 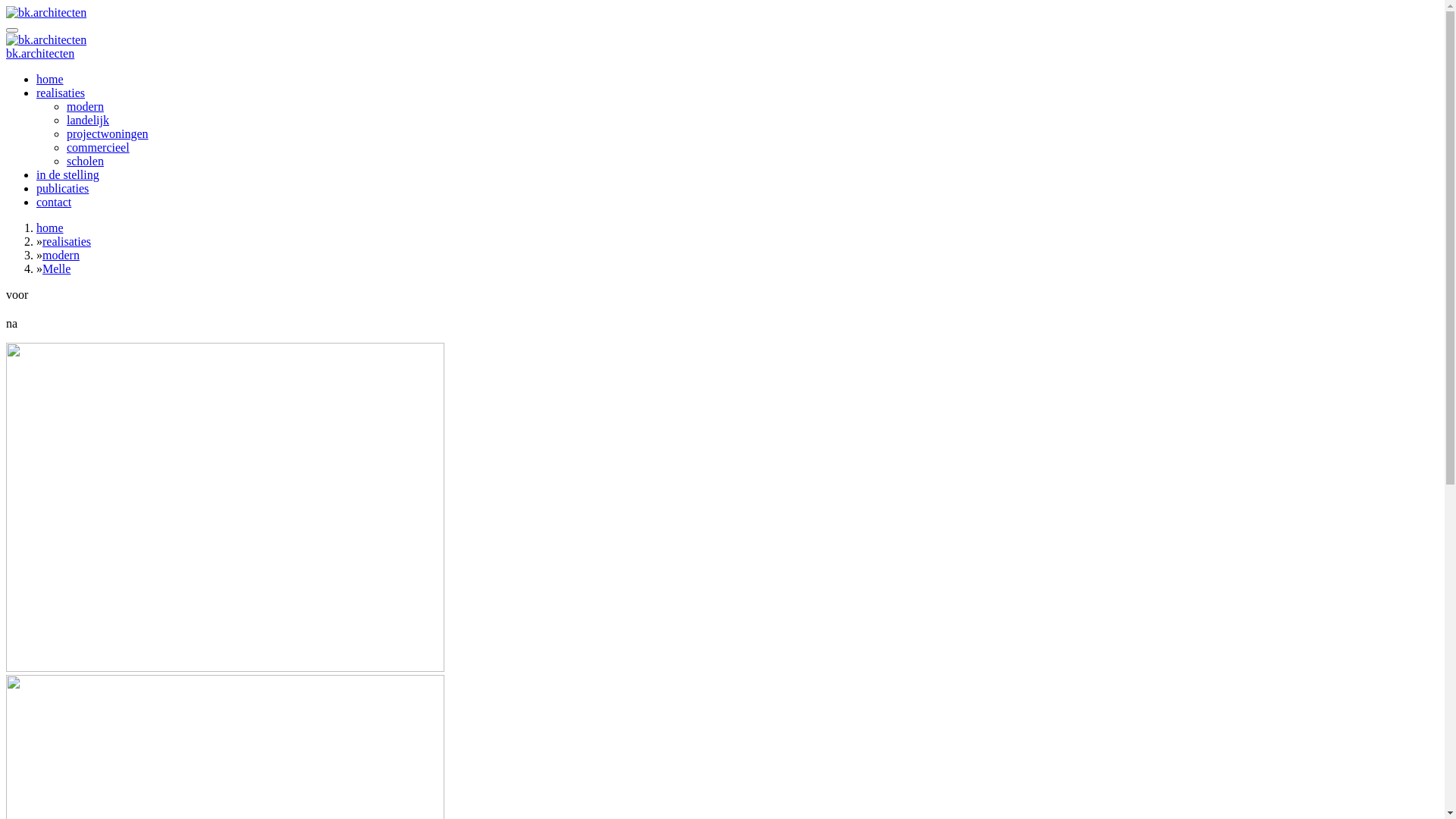 I want to click on 'landelijk', so click(x=86, y=119).